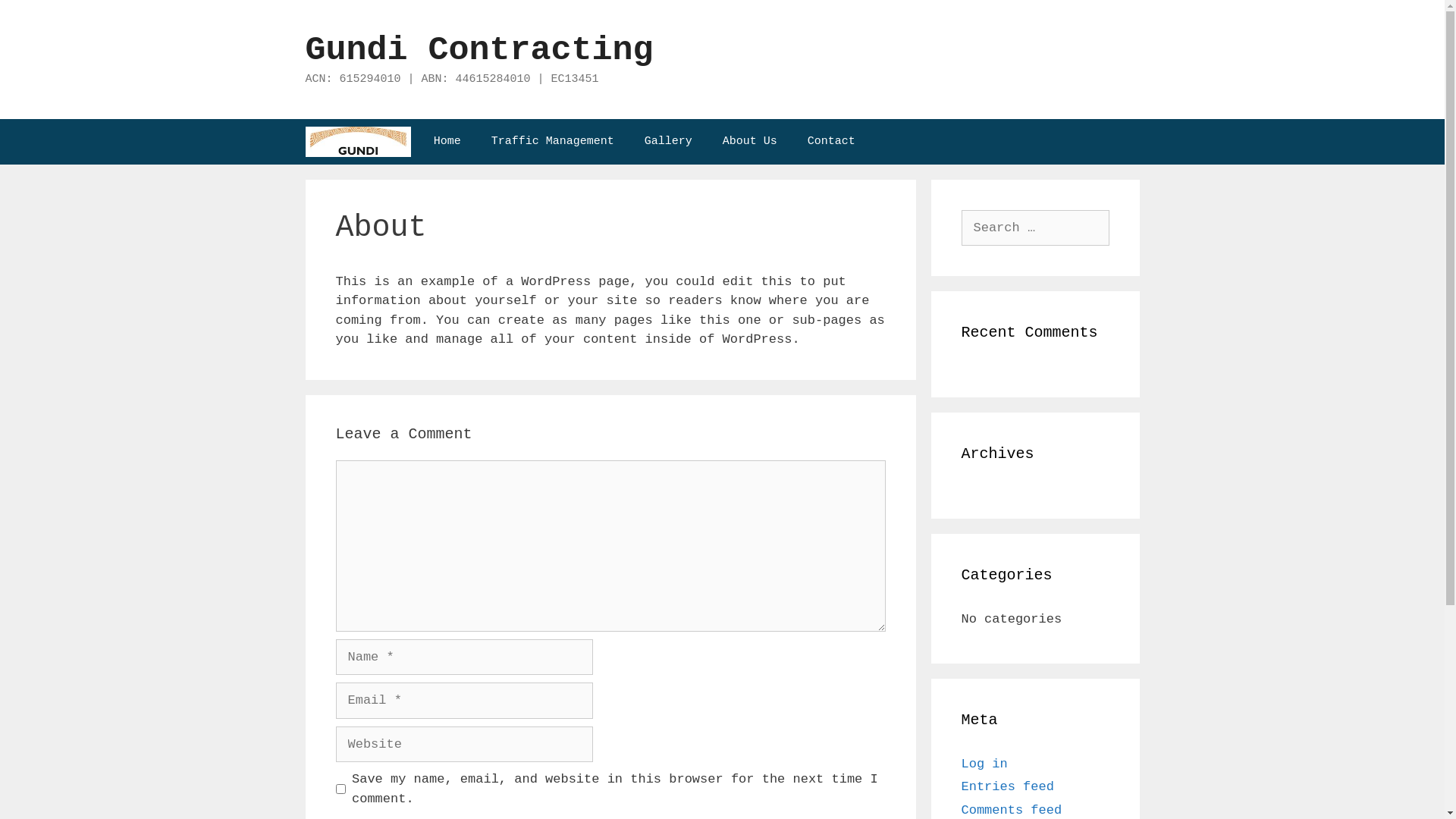  What do you see at coordinates (356, 140) in the screenshot?
I see `'Gundi Contracting'` at bounding box center [356, 140].